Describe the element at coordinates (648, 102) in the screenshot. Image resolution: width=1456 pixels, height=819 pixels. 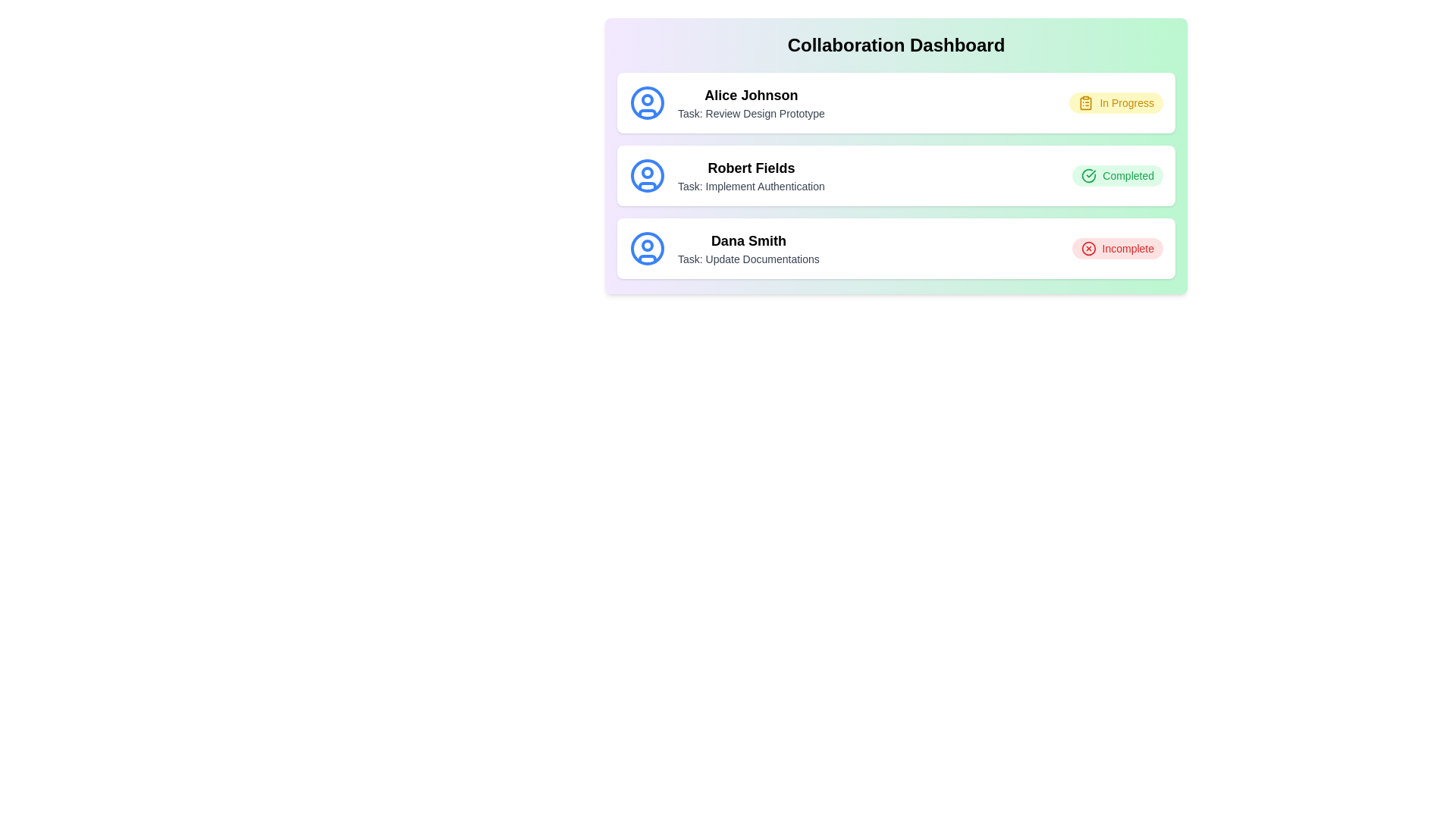
I see `the avatar of Alice Johnson to view their information` at that location.